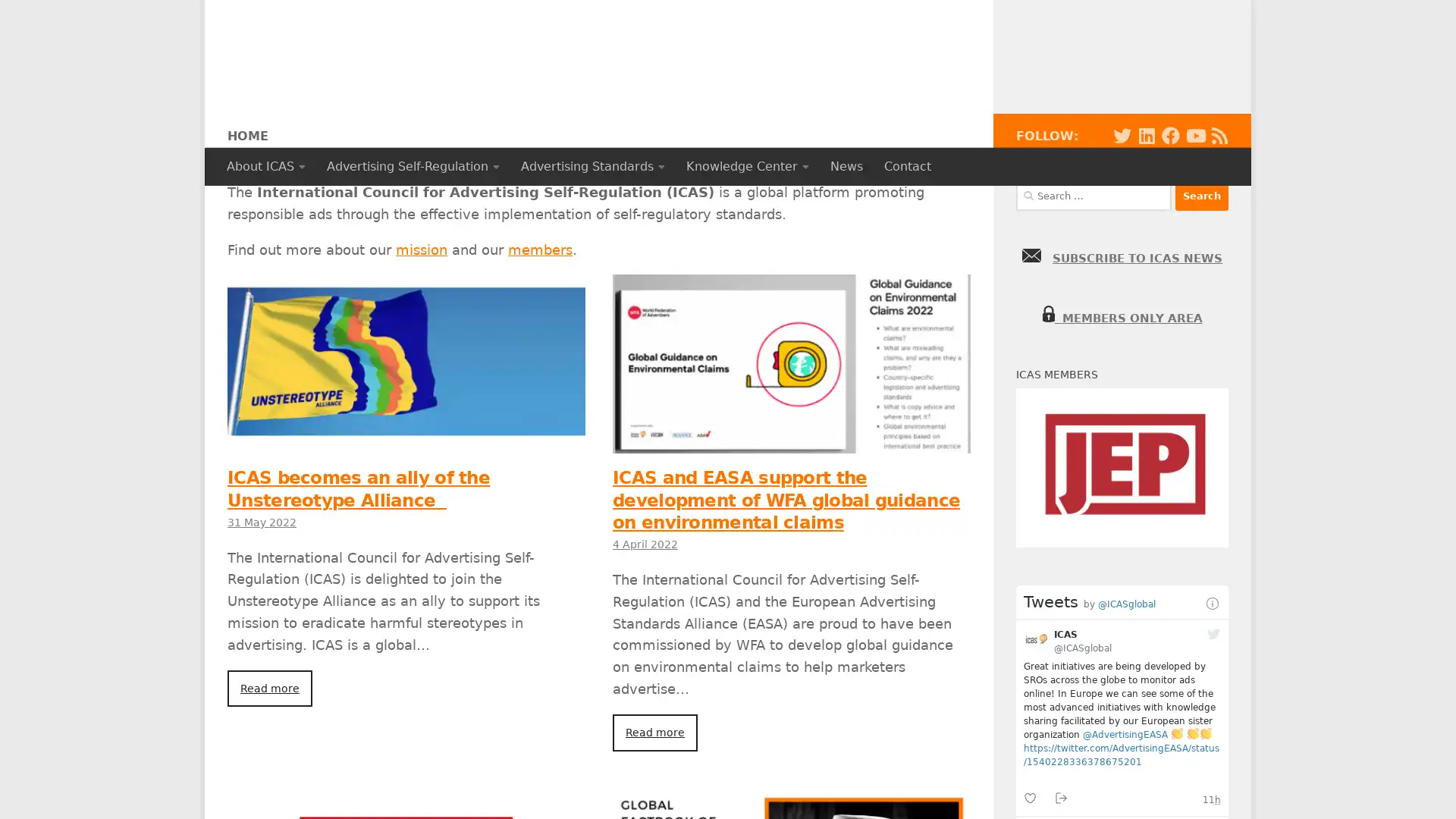 The height and width of the screenshot is (819, 1456). I want to click on Search, so click(1200, 268).